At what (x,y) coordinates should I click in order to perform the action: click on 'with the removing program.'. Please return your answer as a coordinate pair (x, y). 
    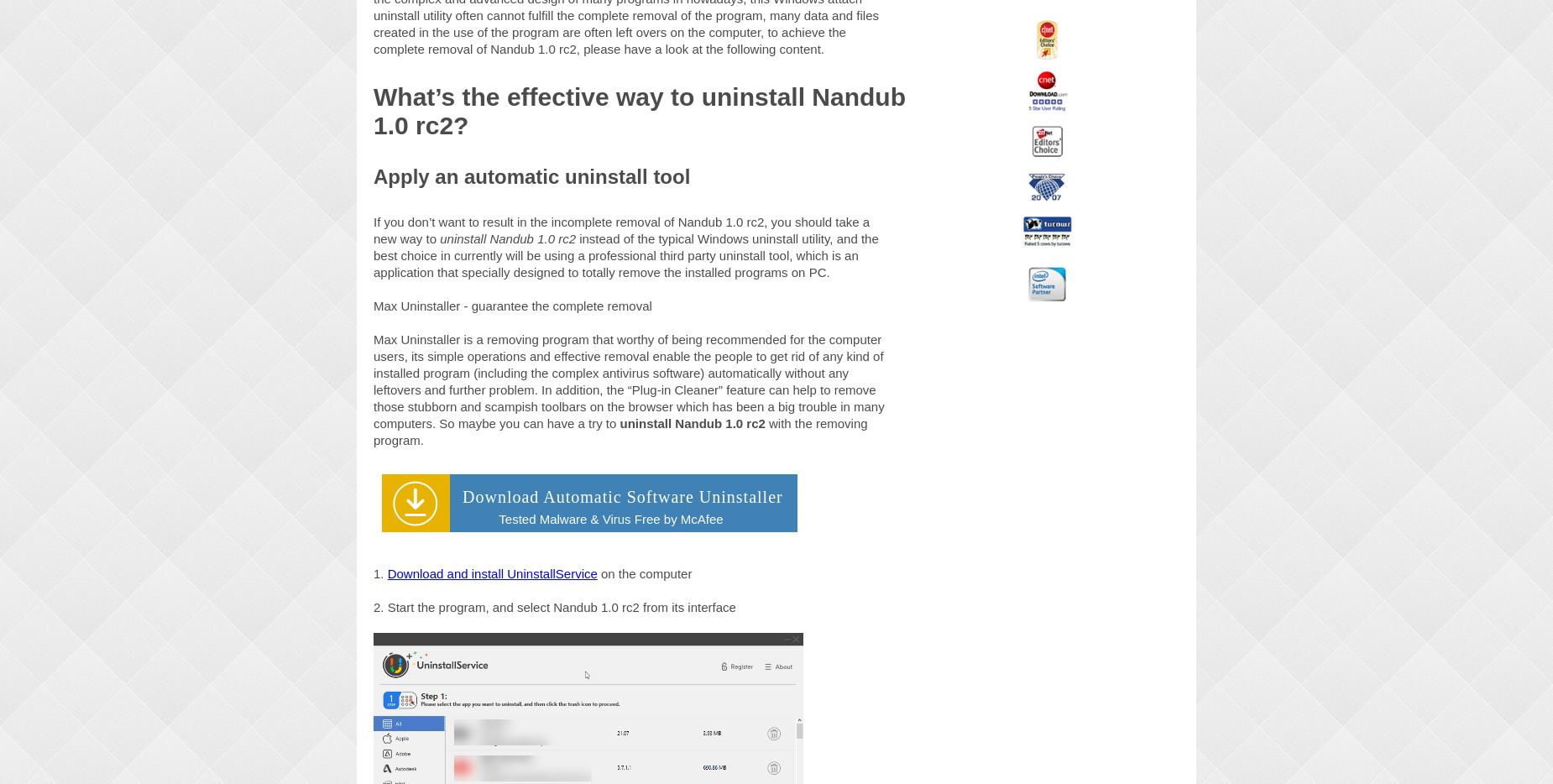
    Looking at the image, I should click on (372, 431).